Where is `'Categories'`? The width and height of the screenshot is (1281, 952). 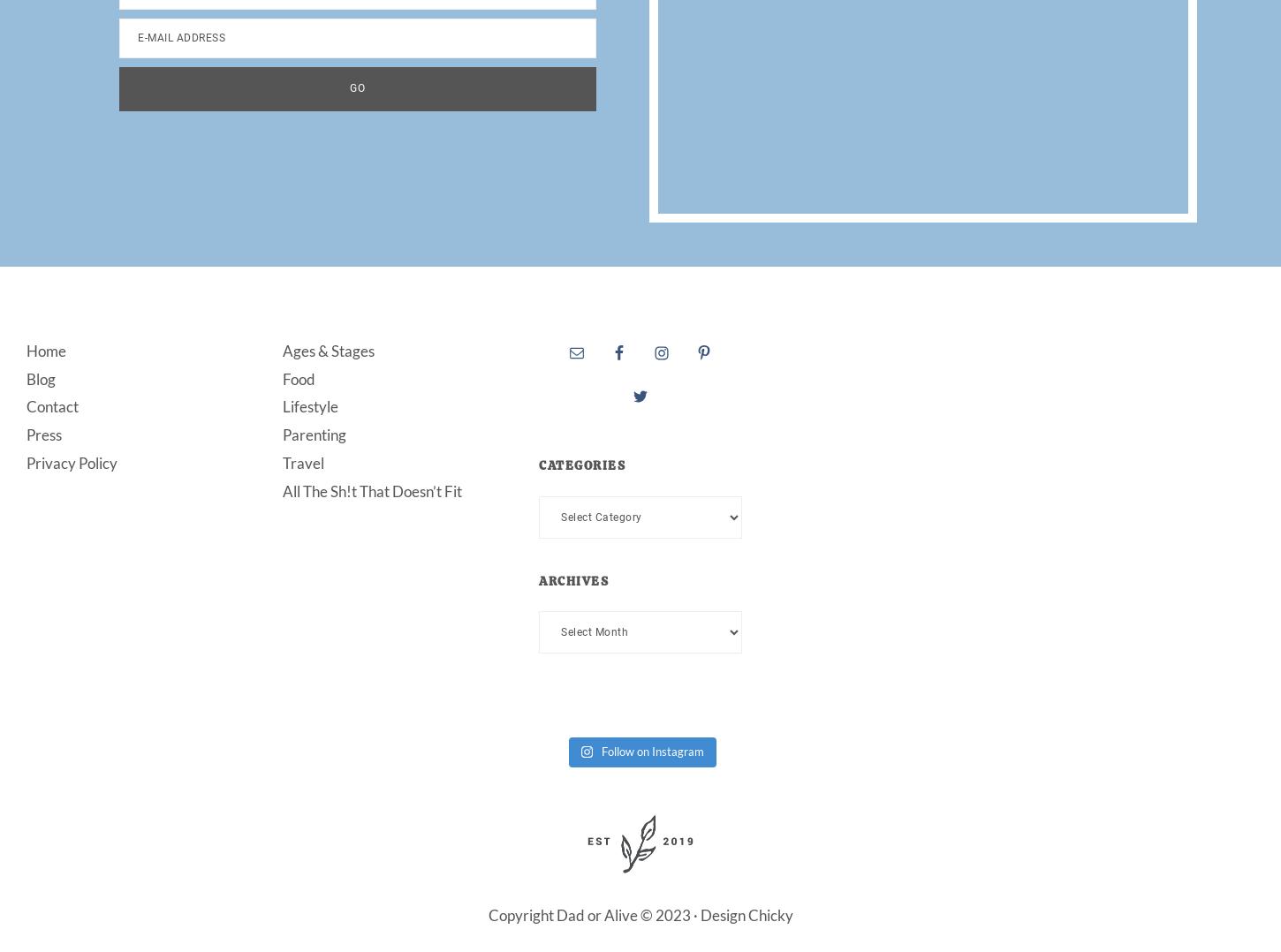
'Categories' is located at coordinates (581, 465).